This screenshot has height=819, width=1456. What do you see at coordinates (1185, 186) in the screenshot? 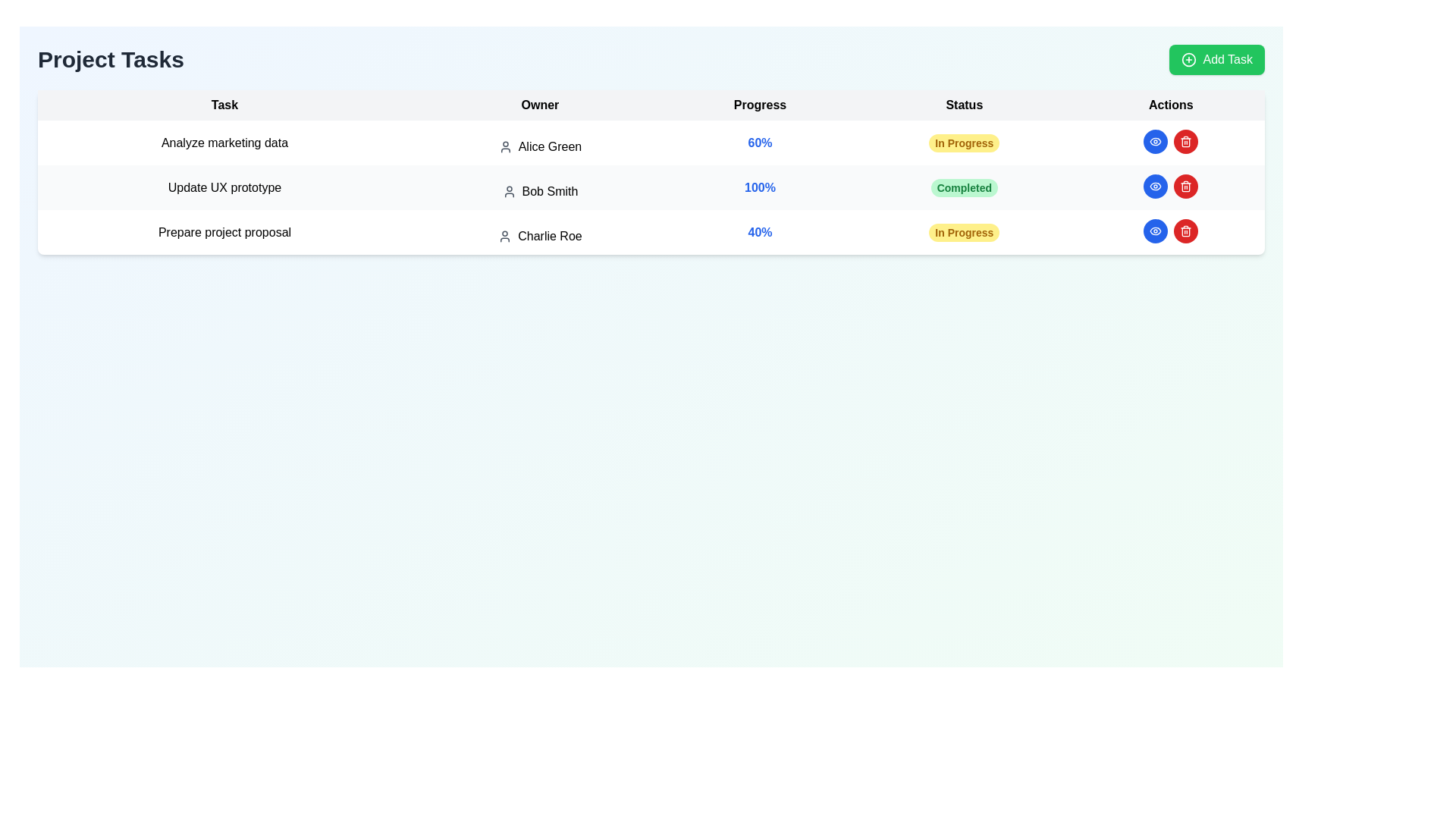
I see `the red delete button with a trash icon in the actions column for the task 'Update UX prototype' to initiate task deletion` at bounding box center [1185, 186].